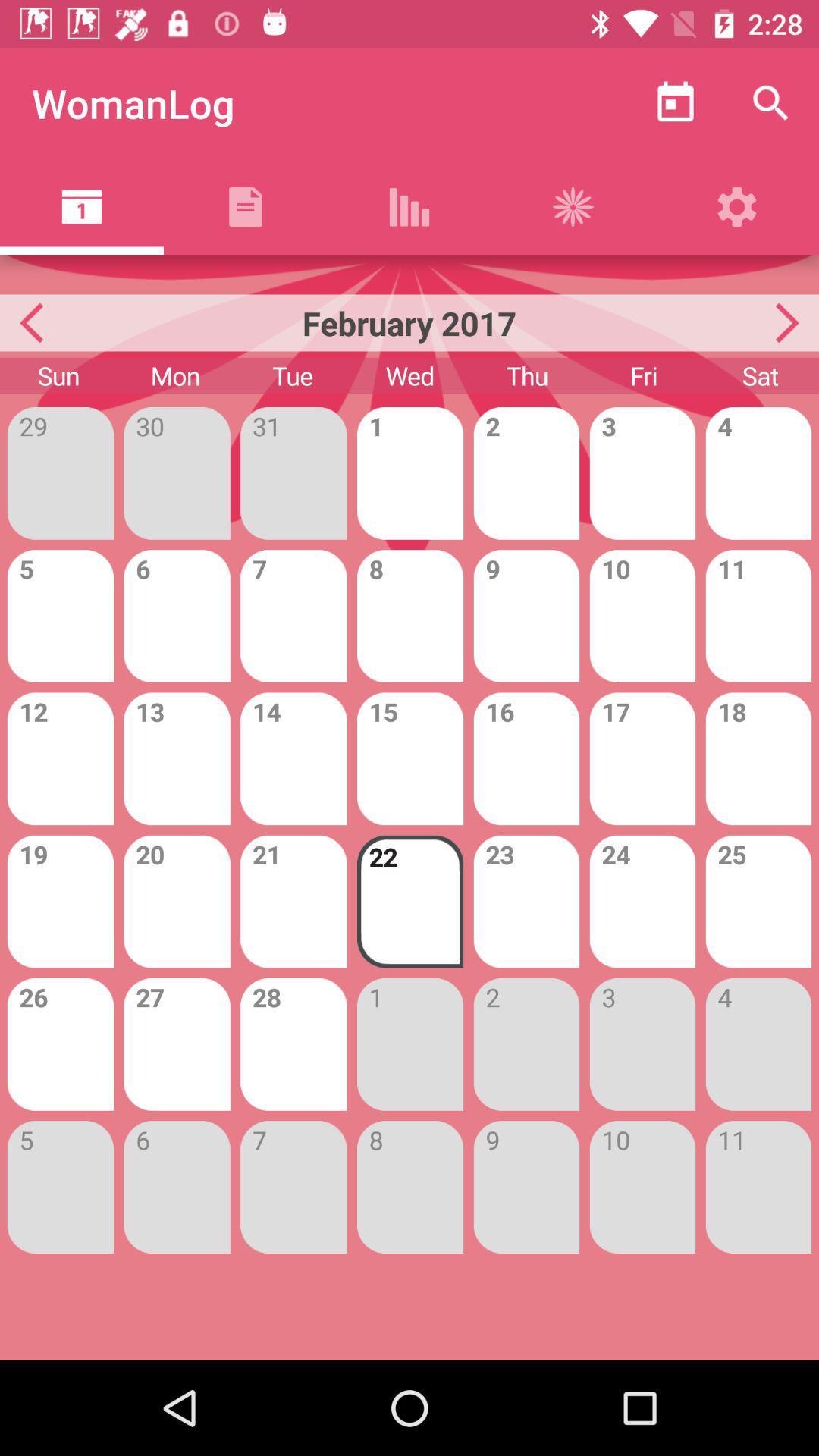  I want to click on the icon to the right of womanlog item, so click(675, 102).